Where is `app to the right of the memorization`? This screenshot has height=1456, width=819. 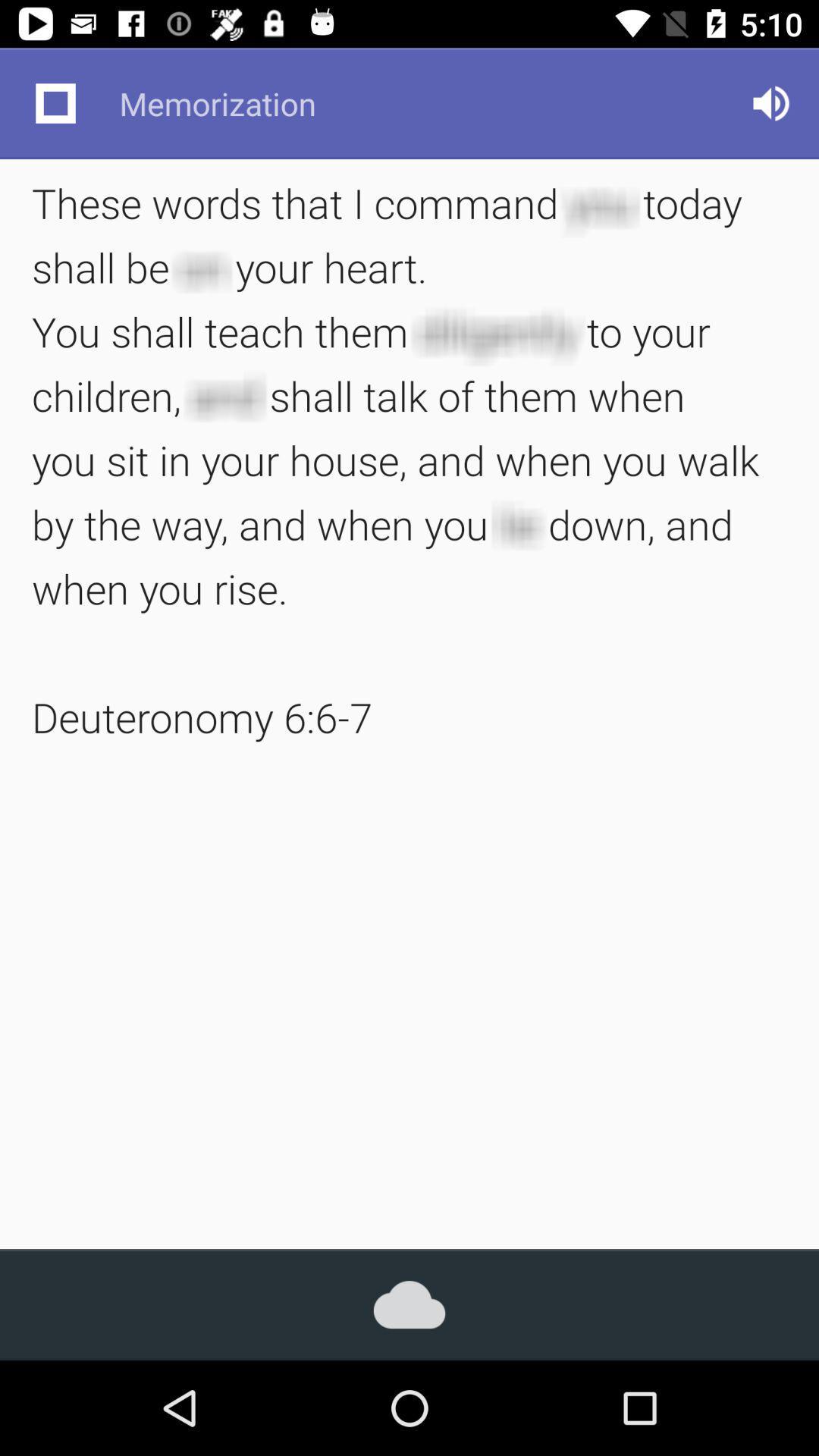 app to the right of the memorization is located at coordinates (771, 102).